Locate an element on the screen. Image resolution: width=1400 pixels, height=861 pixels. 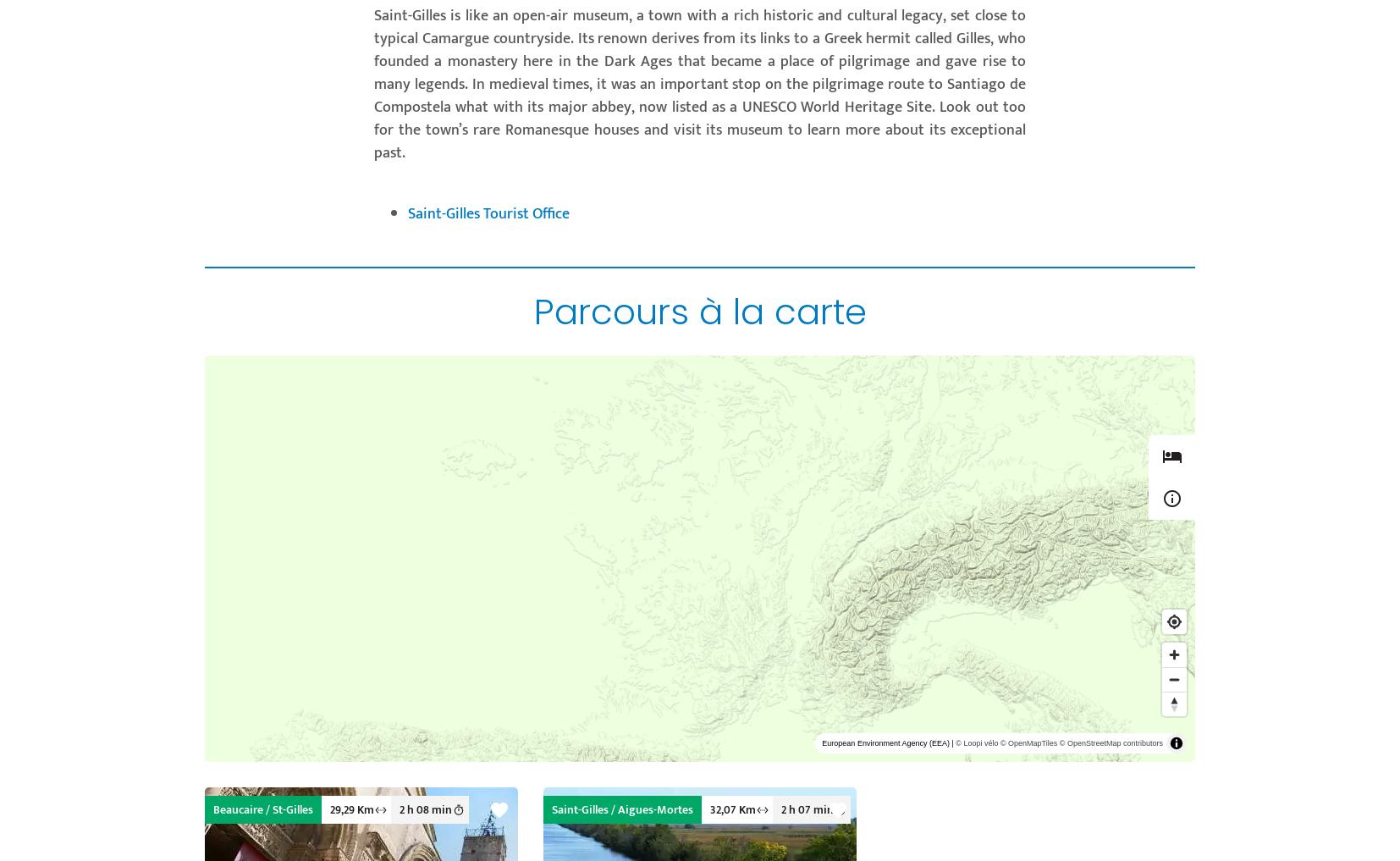
'29,29 Km' is located at coordinates (351, 809).